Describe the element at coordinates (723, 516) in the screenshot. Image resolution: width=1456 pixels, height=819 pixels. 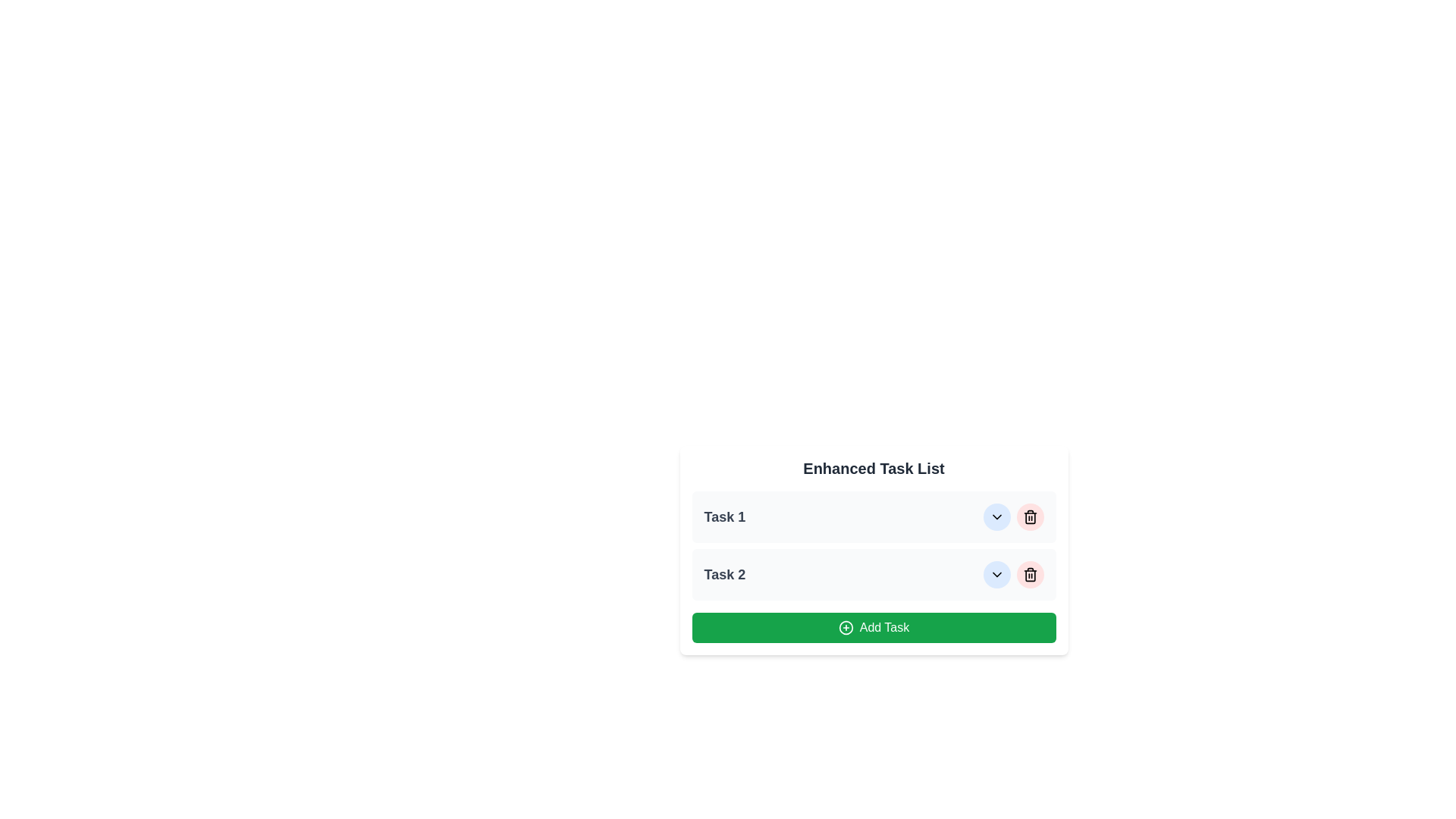
I see `the text label reading 'Task 1', which is styled with a bold font and is the first item in a vertical task list` at that location.